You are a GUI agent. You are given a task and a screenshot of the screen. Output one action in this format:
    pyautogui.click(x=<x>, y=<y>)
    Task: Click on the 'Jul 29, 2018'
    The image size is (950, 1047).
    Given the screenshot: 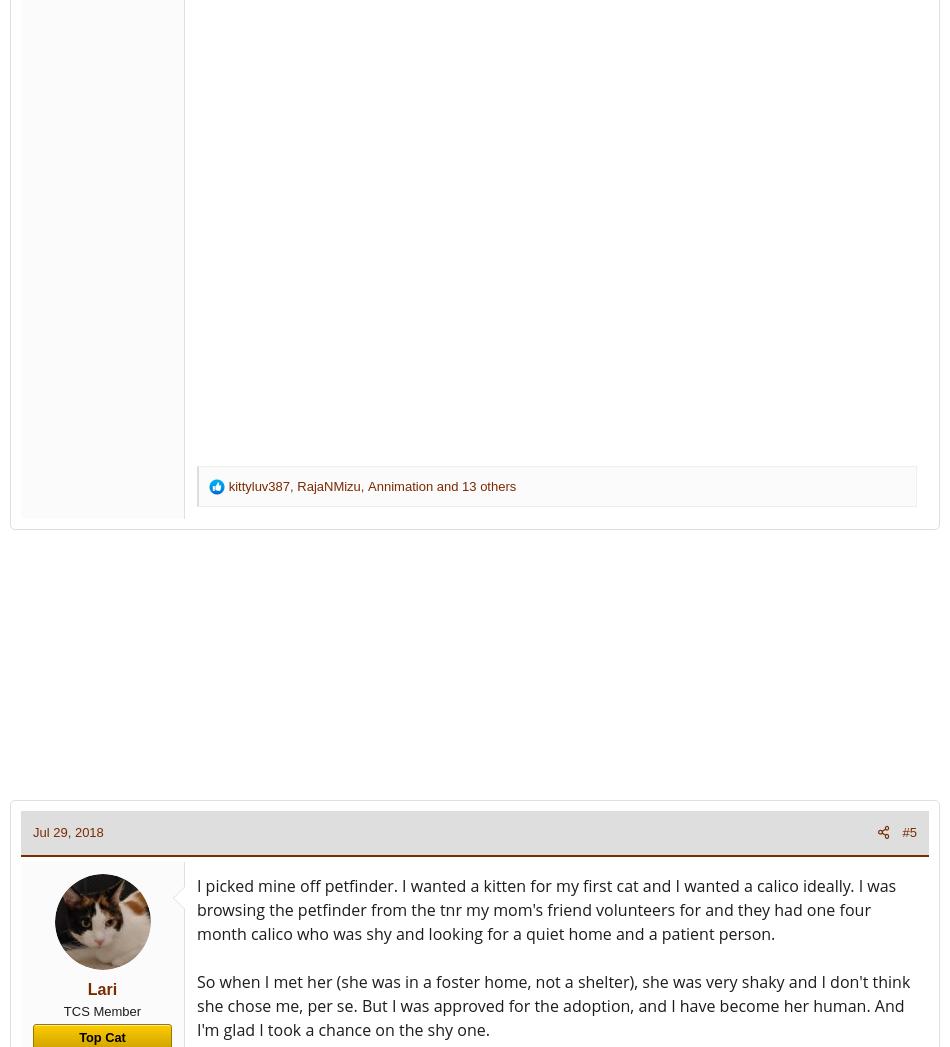 What is the action you would take?
    pyautogui.click(x=68, y=832)
    